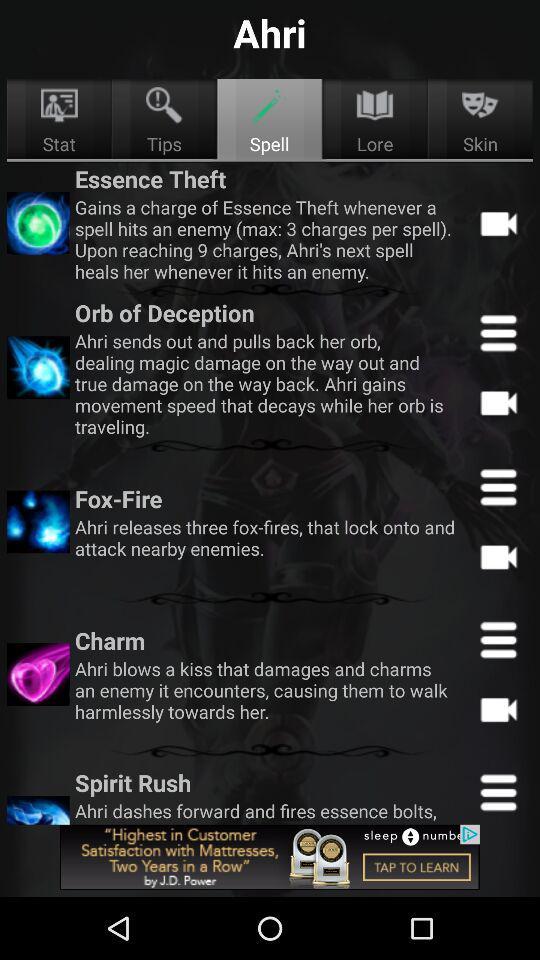 Image resolution: width=540 pixels, height=960 pixels. What do you see at coordinates (497, 709) in the screenshot?
I see `video` at bounding box center [497, 709].